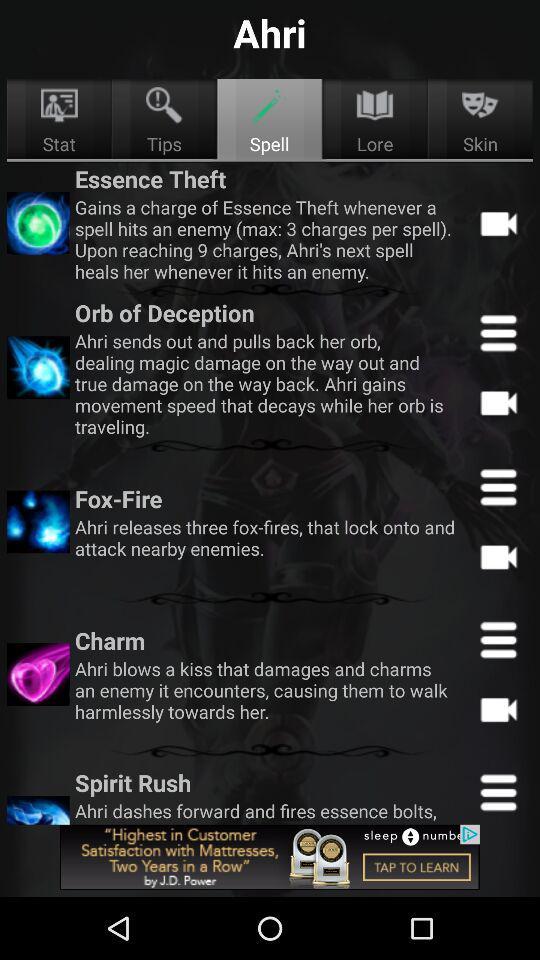 Image resolution: width=540 pixels, height=960 pixels. What do you see at coordinates (497, 709) in the screenshot?
I see `video` at bounding box center [497, 709].